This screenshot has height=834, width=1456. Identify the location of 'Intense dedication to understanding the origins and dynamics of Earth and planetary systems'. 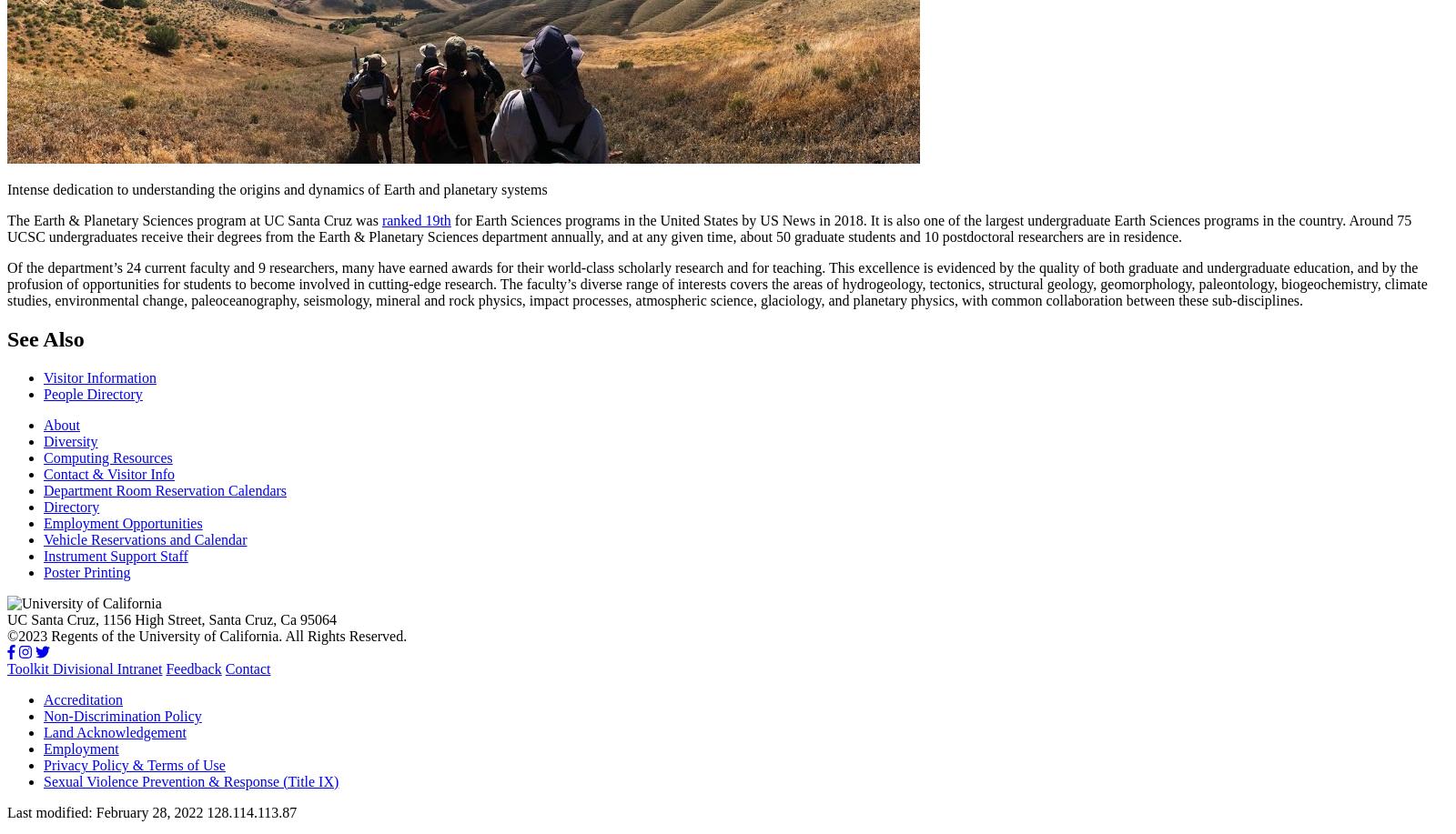
(277, 187).